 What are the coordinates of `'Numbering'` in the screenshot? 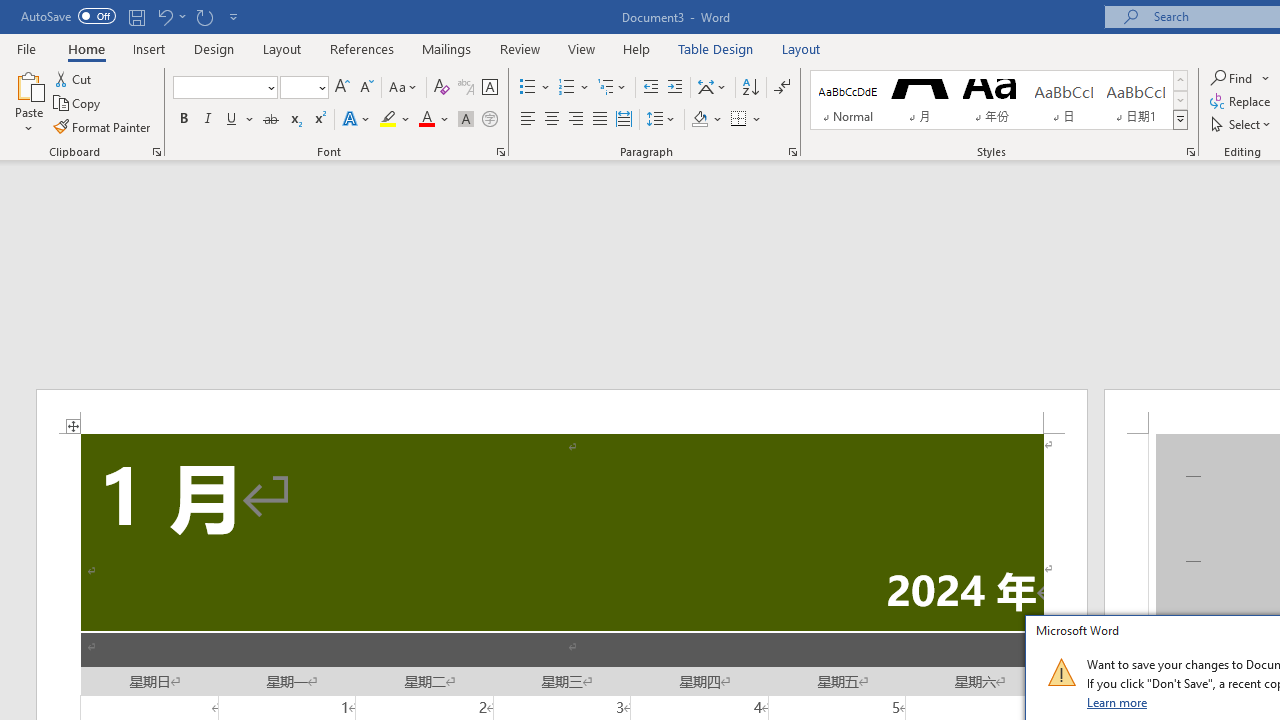 It's located at (573, 86).